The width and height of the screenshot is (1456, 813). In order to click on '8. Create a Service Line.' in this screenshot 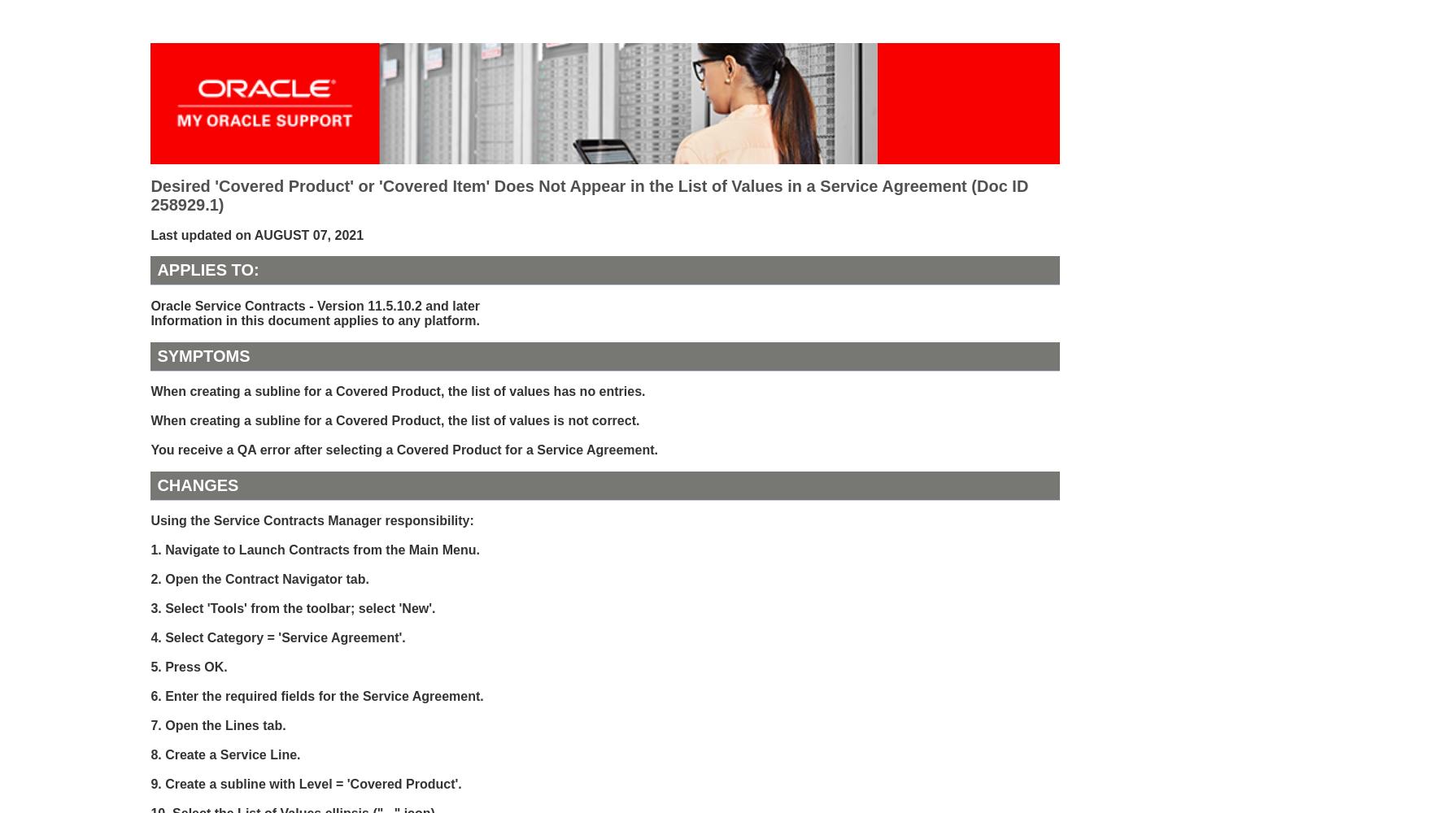, I will do `click(225, 754)`.